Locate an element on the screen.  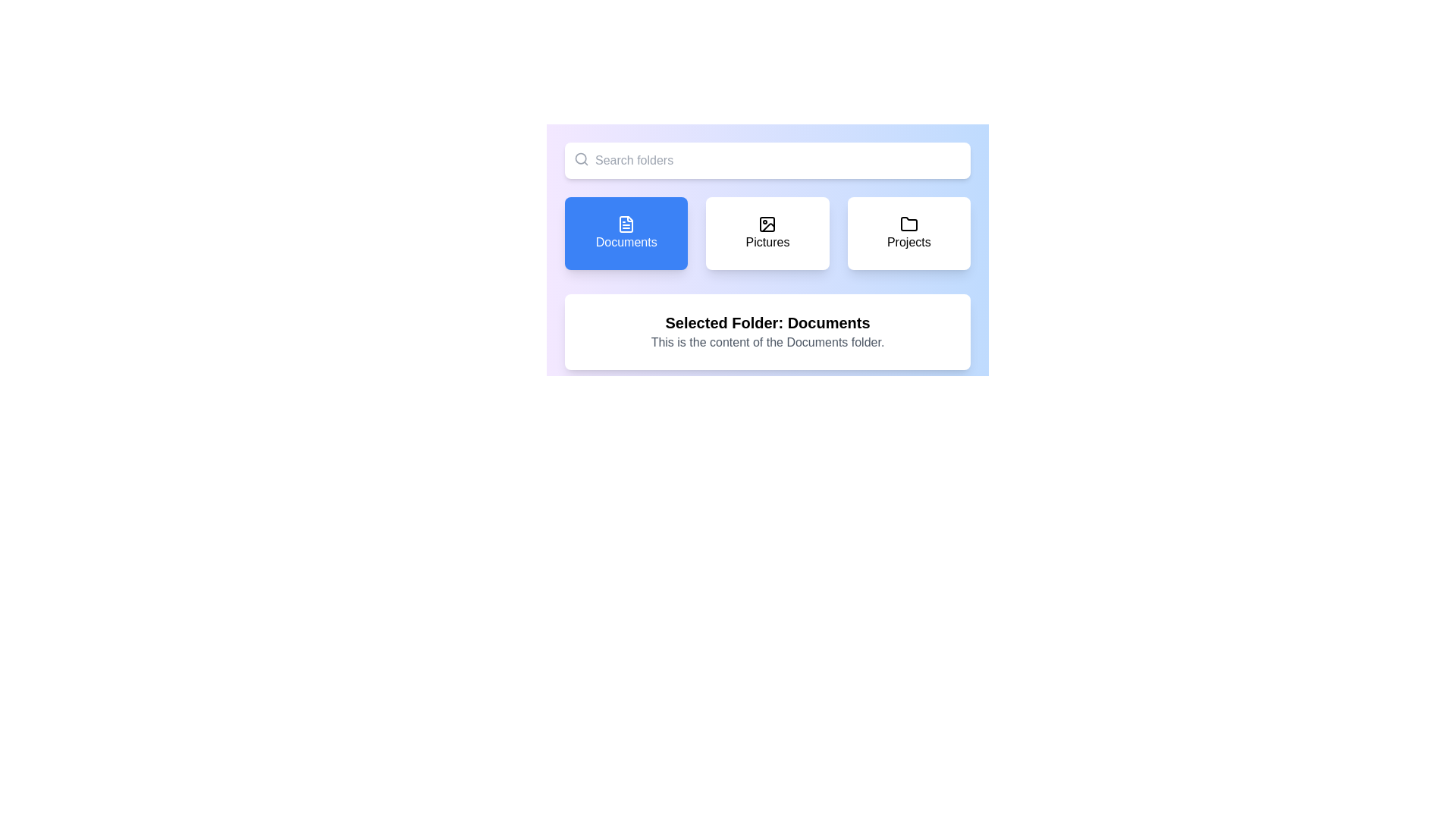
label 'Documents' located at the bottom-center of the blue button with rounded edges in the top-left corner of the grid layout is located at coordinates (626, 242).